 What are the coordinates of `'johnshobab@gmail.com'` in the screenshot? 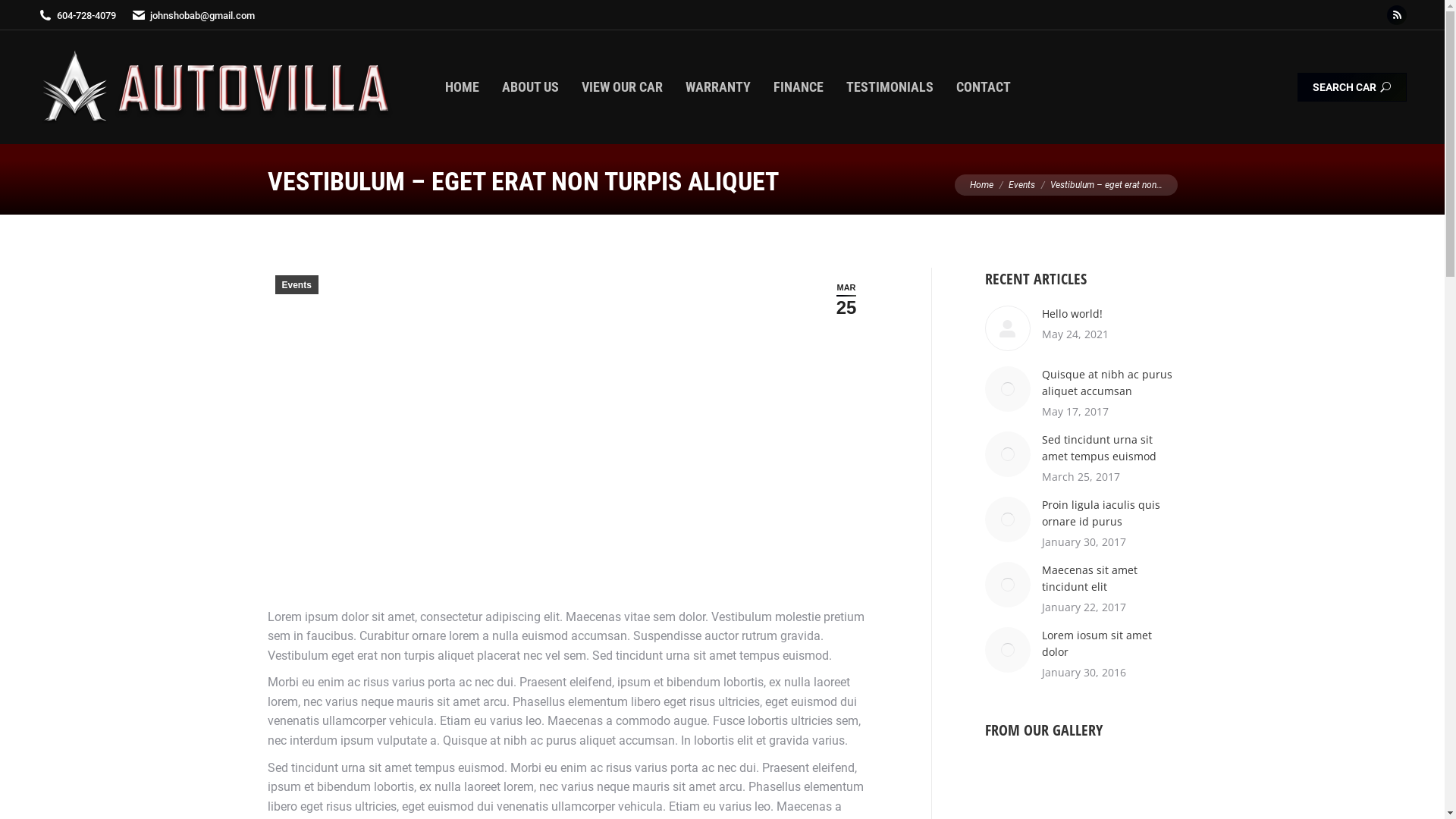 It's located at (192, 14).